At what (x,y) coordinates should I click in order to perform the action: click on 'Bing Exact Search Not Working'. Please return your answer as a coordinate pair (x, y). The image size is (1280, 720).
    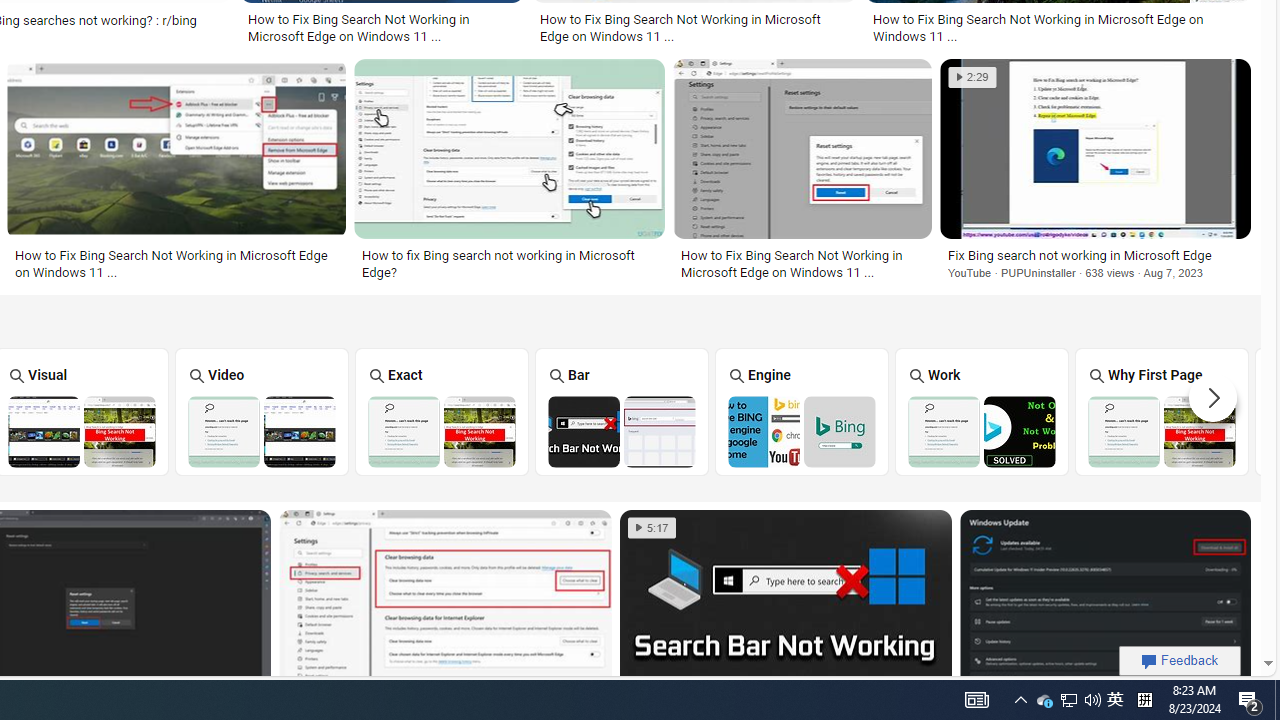
    Looking at the image, I should click on (440, 430).